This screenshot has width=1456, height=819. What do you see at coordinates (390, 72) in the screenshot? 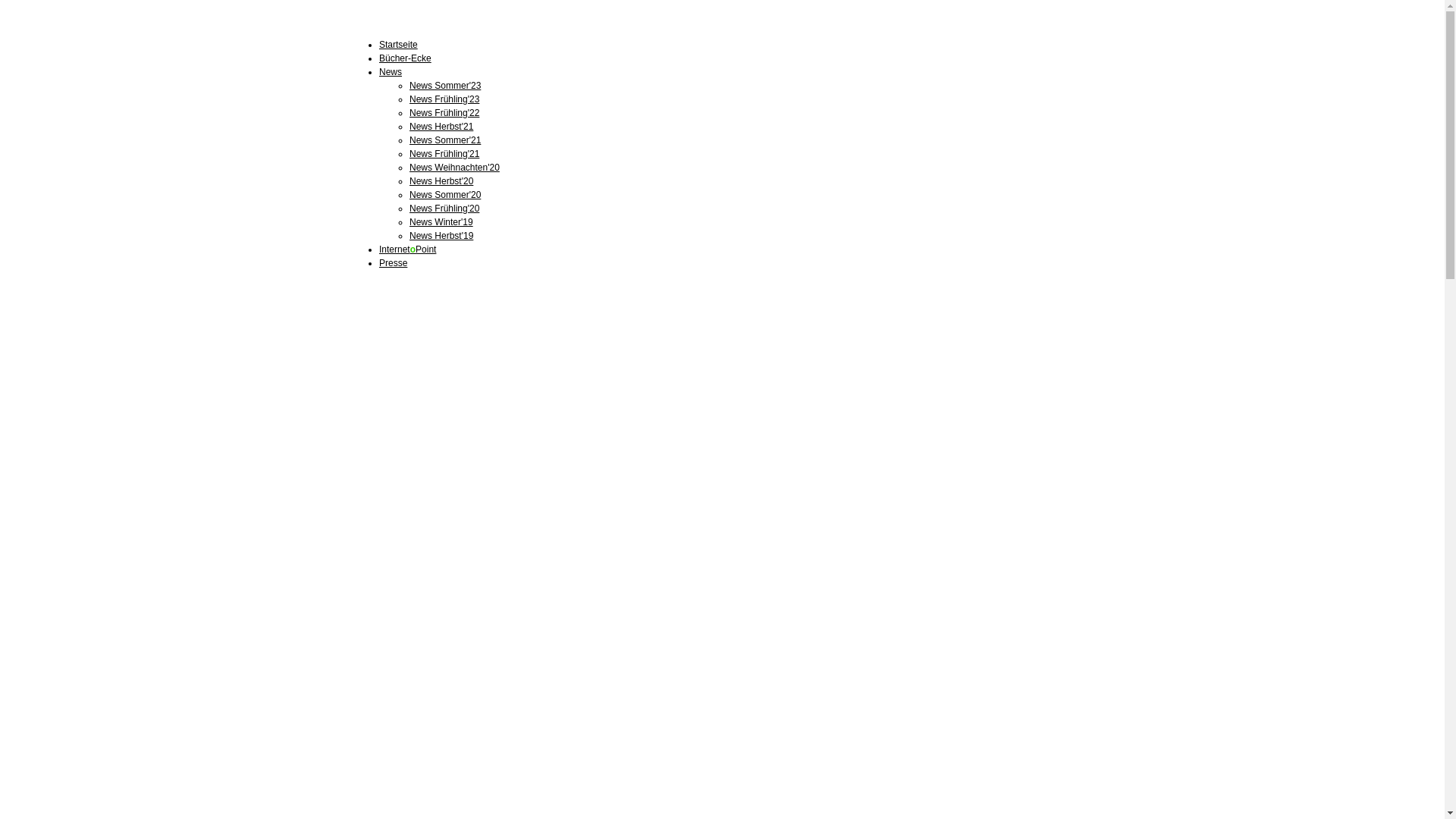
I see `'News'` at bounding box center [390, 72].